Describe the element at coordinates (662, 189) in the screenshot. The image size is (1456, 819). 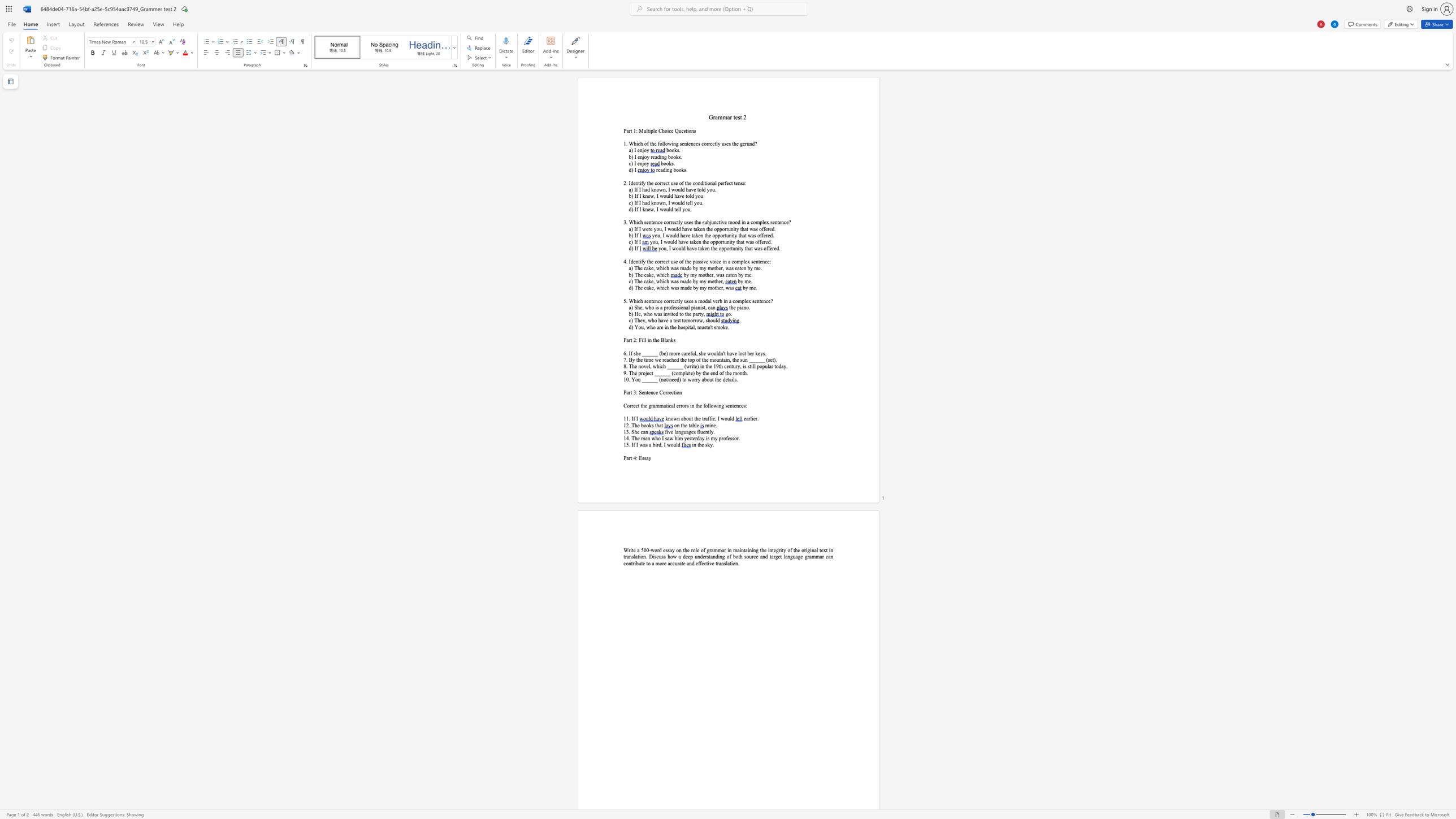
I see `the space between the continuous character "w" and "n" in the text` at that location.